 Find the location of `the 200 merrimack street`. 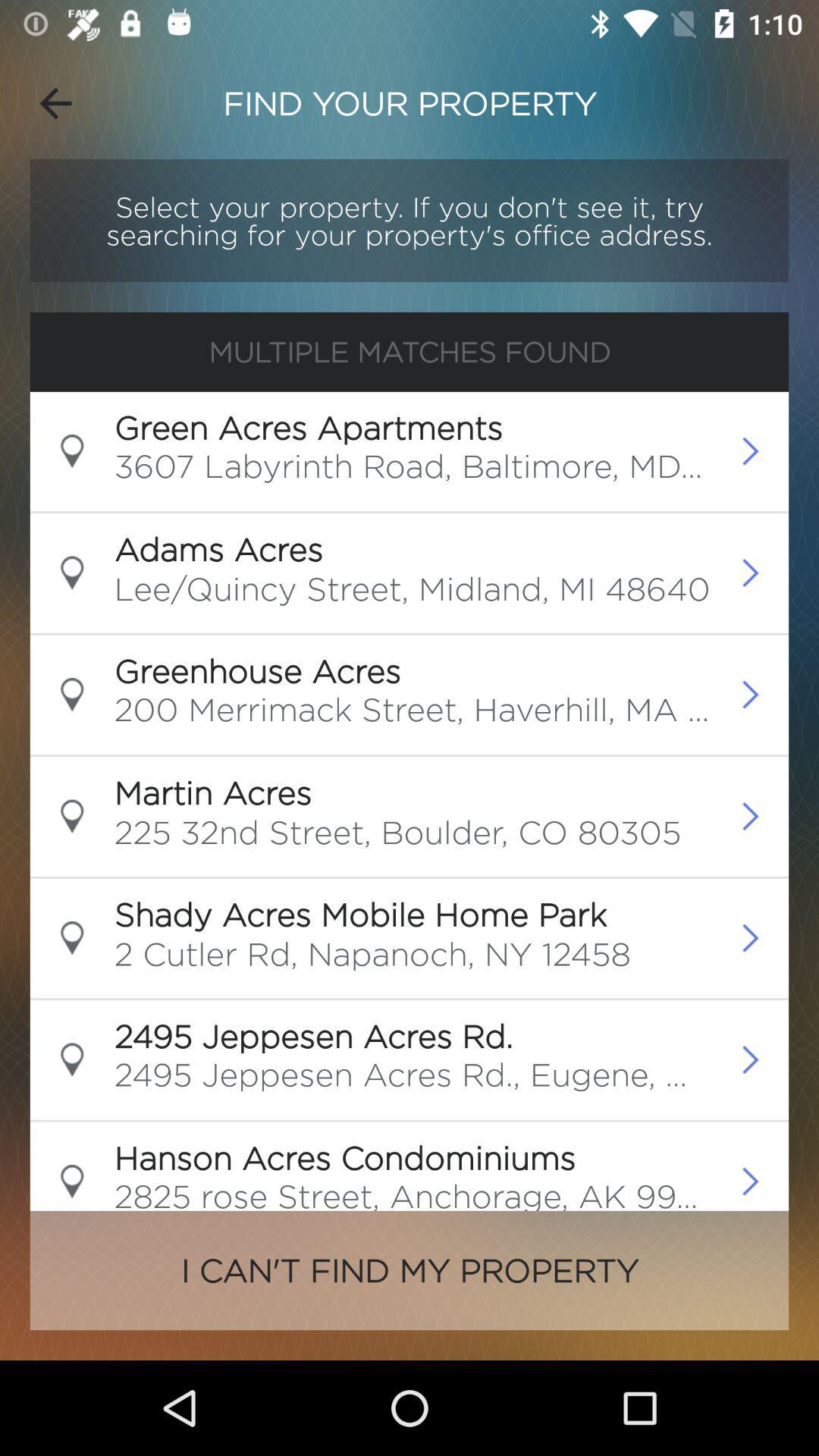

the 200 merrimack street is located at coordinates (413, 714).